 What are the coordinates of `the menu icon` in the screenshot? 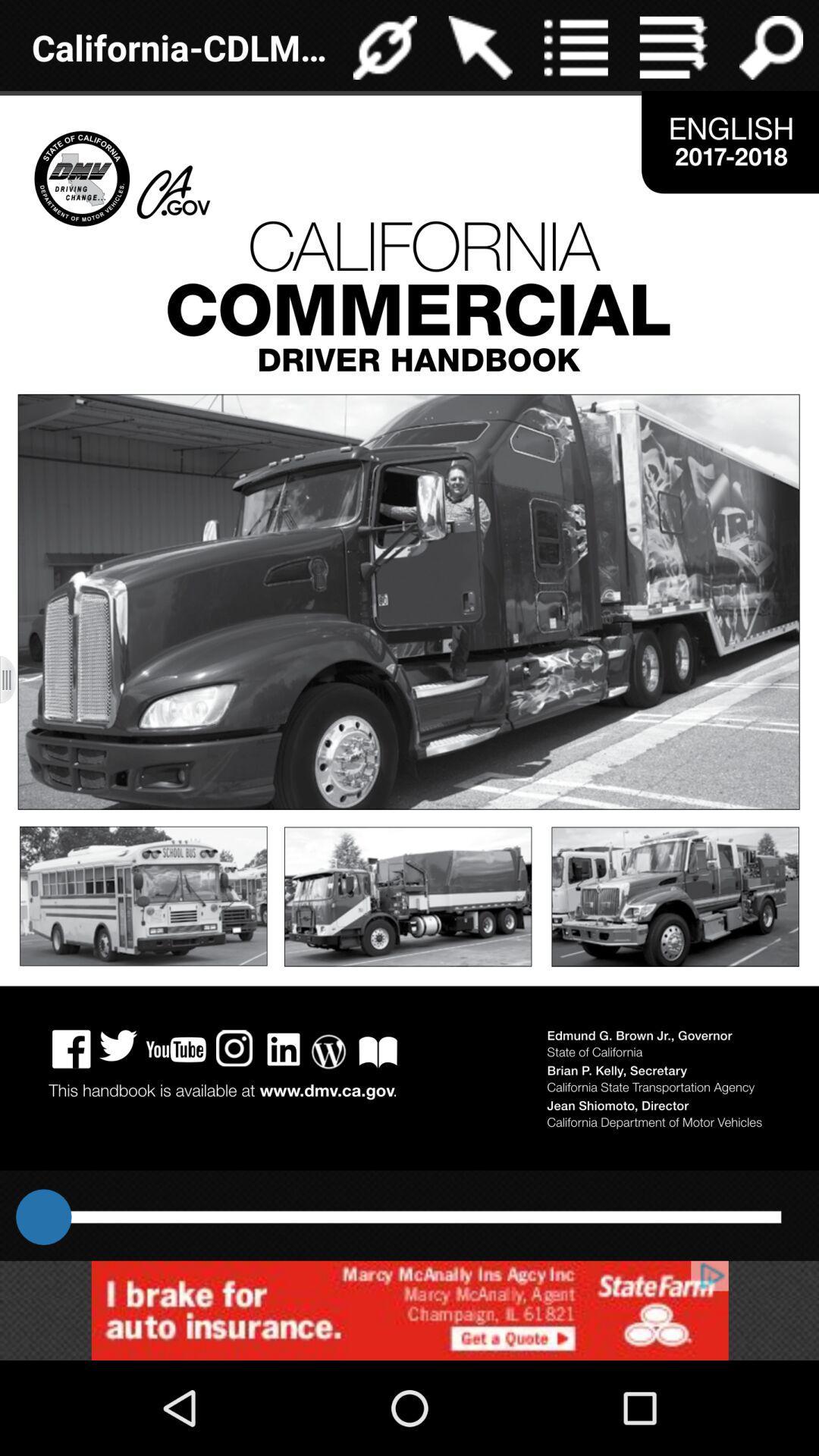 It's located at (673, 51).